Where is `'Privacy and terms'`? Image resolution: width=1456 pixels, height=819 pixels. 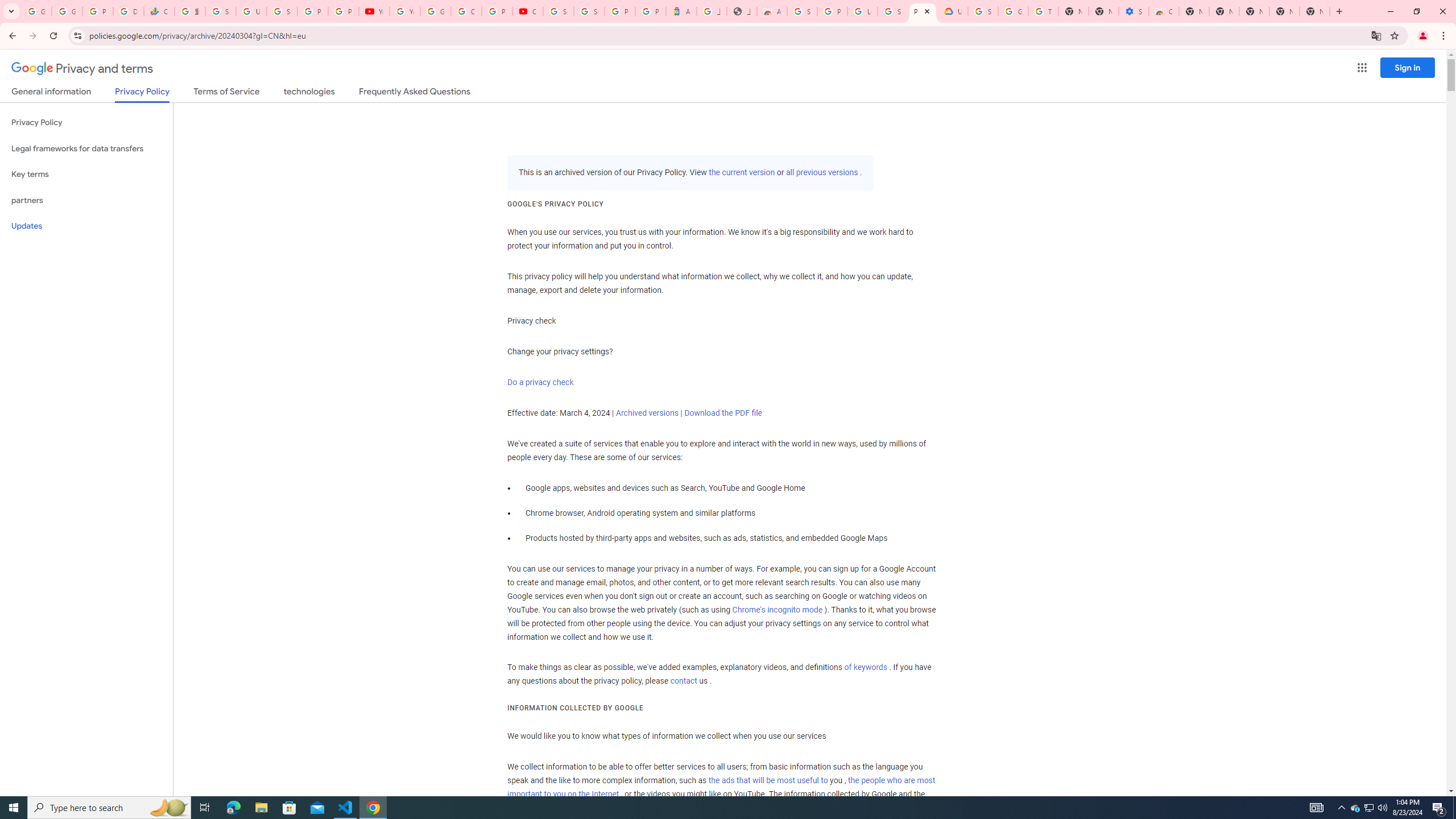
'Privacy and terms' is located at coordinates (81, 68).